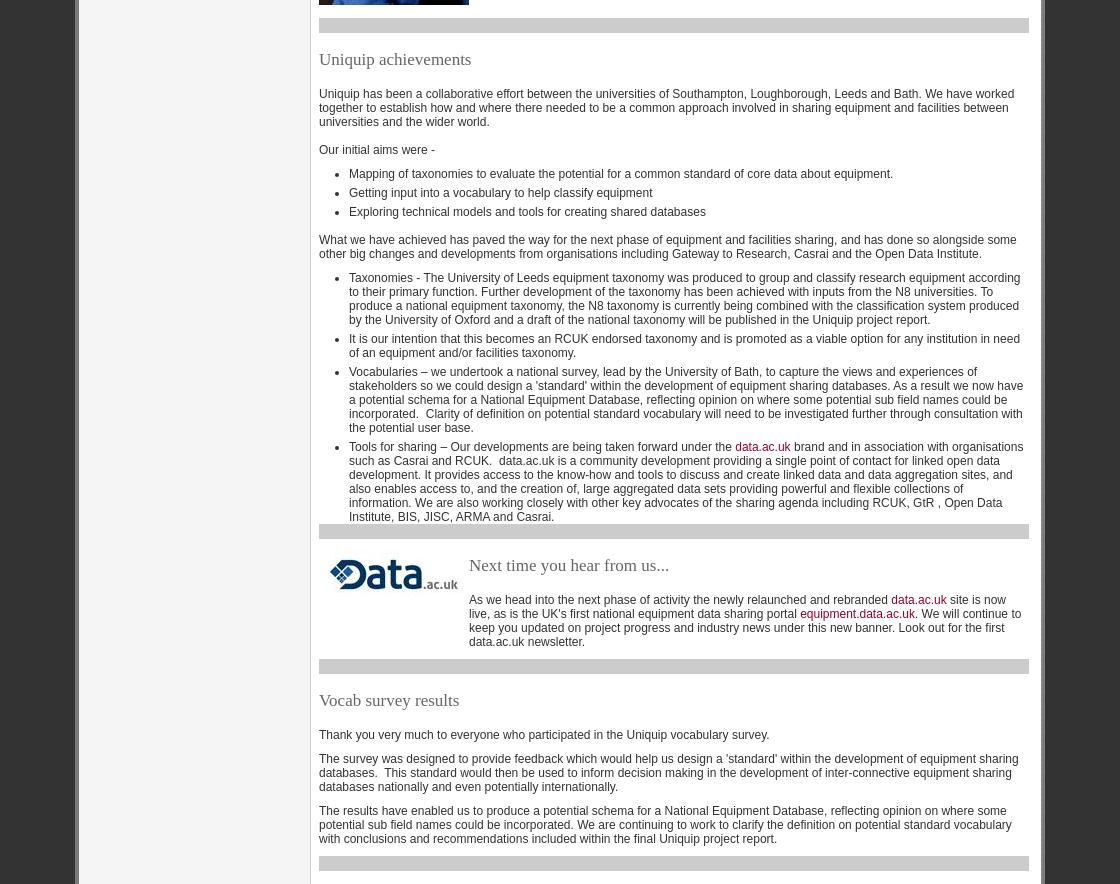 This screenshot has height=884, width=1120. What do you see at coordinates (348, 210) in the screenshot?
I see `'Exploring technical models and tools for creating shared databases'` at bounding box center [348, 210].